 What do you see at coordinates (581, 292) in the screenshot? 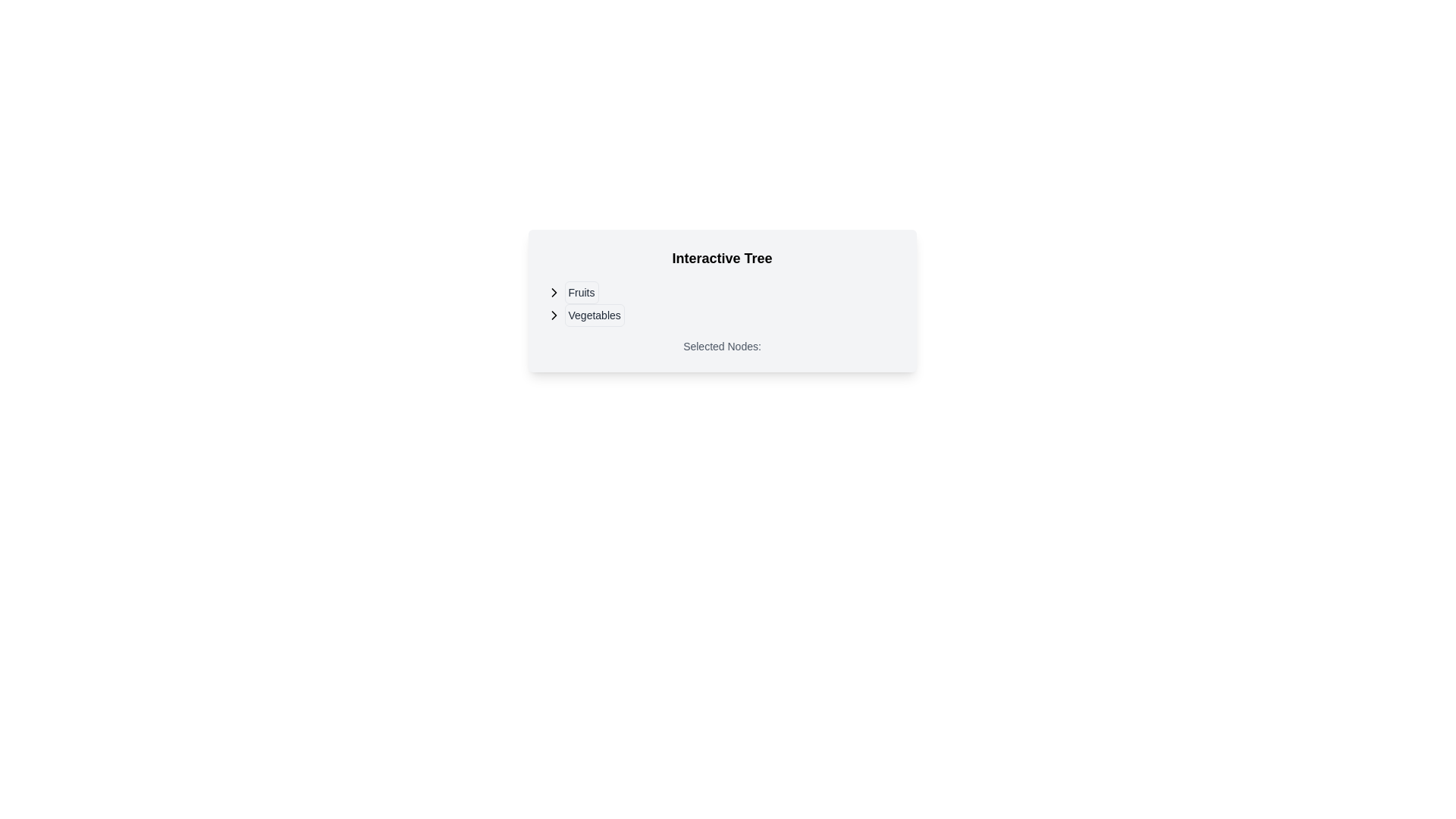
I see `the first selectable node in the interactive tree interface, located next to the arrow icon` at bounding box center [581, 292].